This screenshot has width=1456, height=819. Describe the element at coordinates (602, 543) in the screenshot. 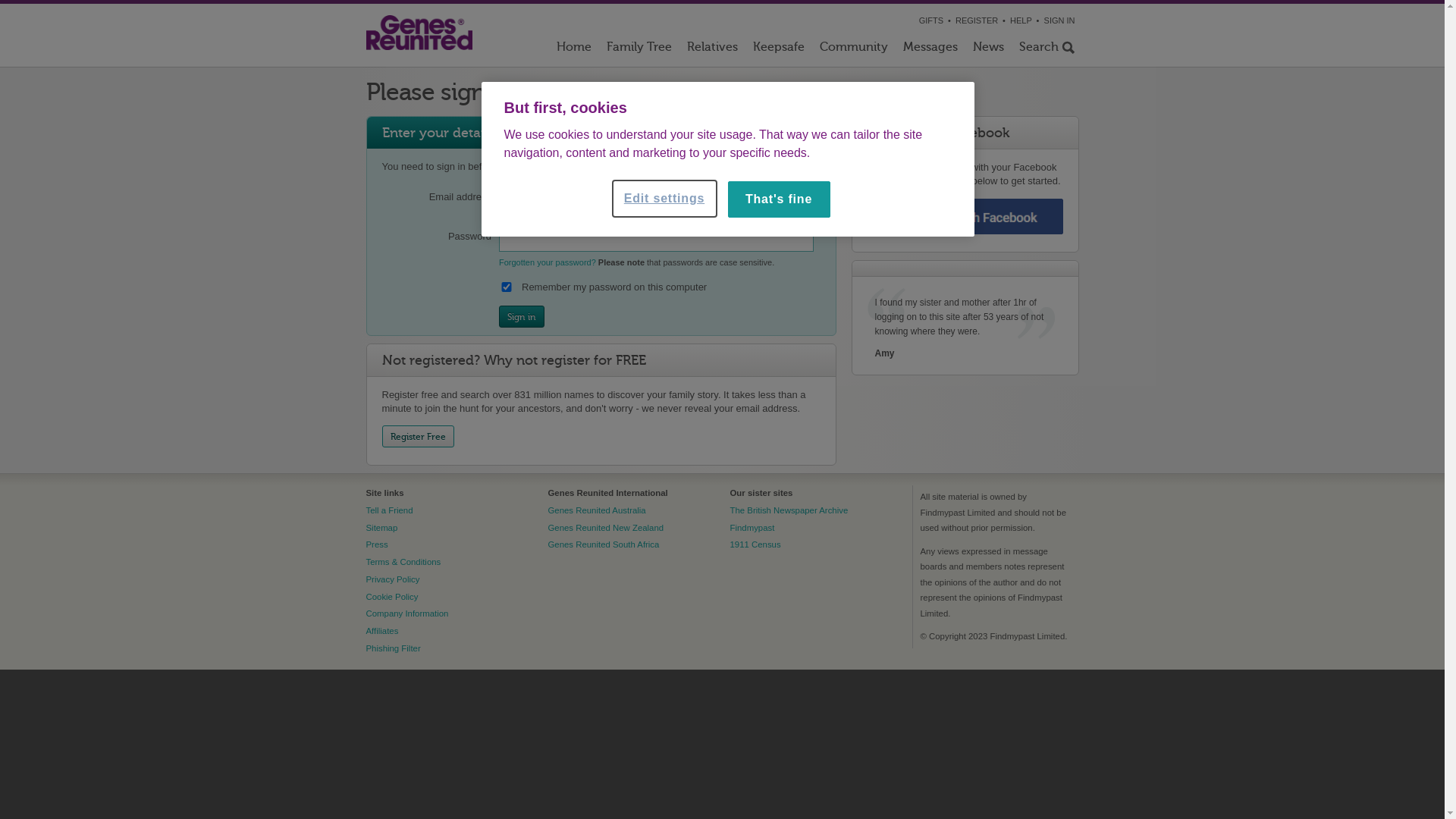

I see `'Genes Reunited South Africa'` at that location.